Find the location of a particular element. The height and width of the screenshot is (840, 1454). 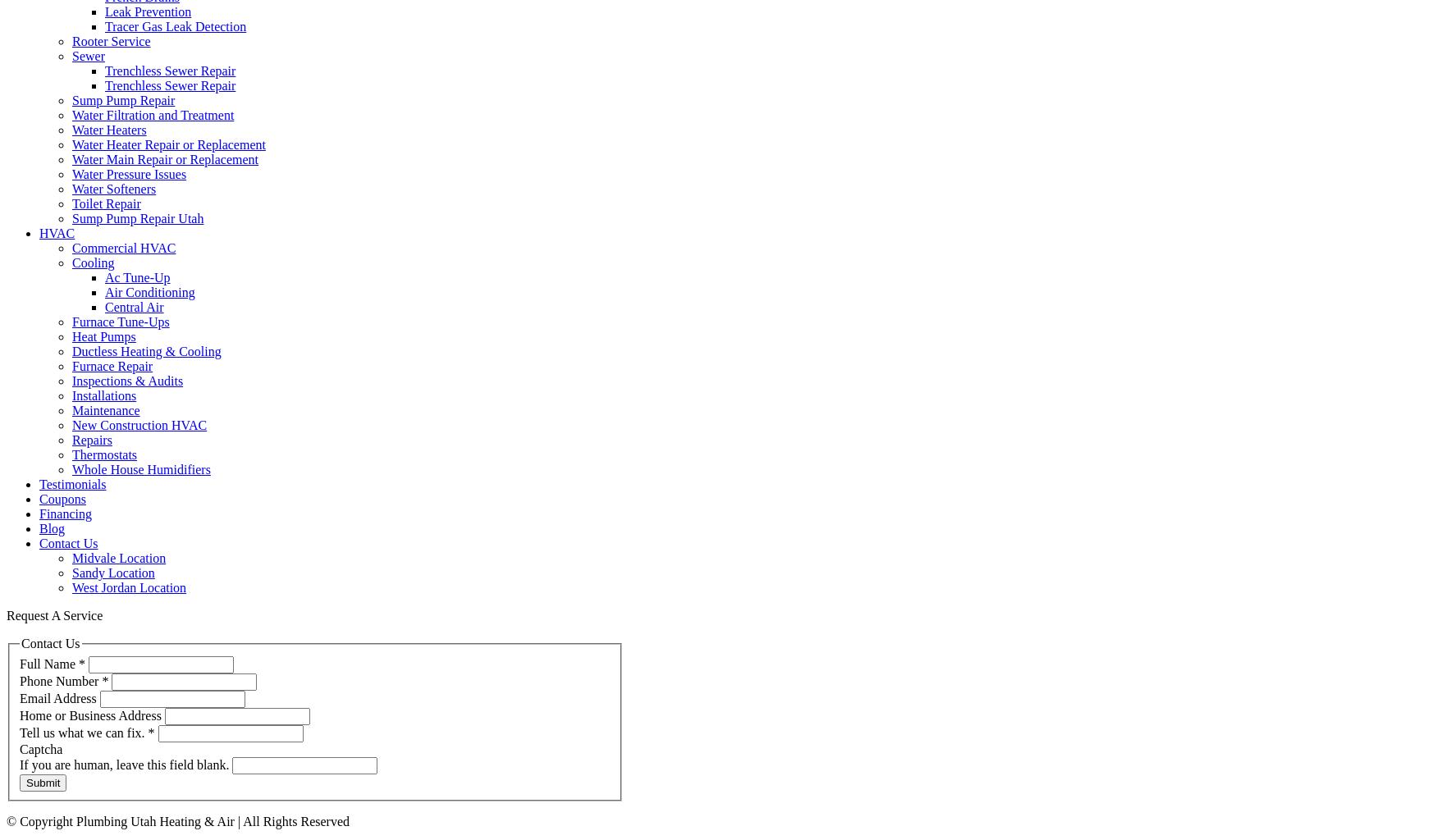

'Furnace Tune-Ups' is located at coordinates (121, 321).